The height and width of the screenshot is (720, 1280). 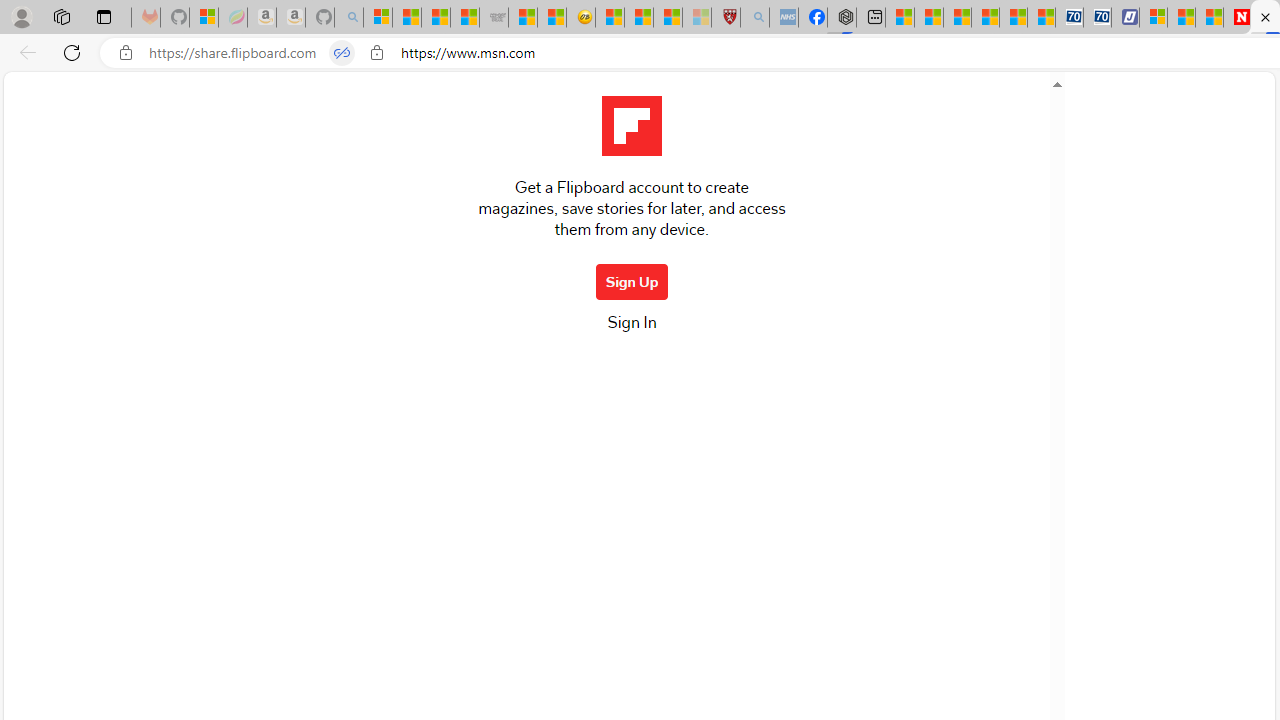 What do you see at coordinates (1068, 17) in the screenshot?
I see `'Cheap Car Rentals - Save70.com'` at bounding box center [1068, 17].